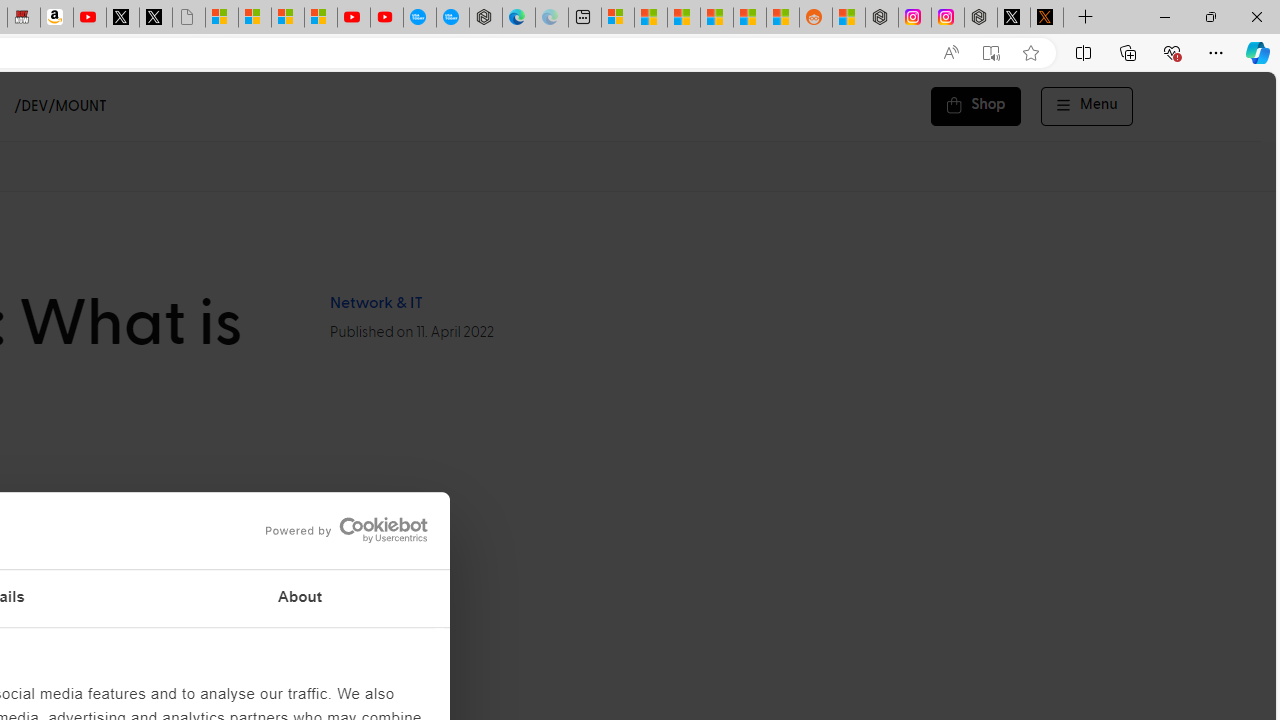  I want to click on 'Enter Immersive Reader (F9)', so click(991, 52).